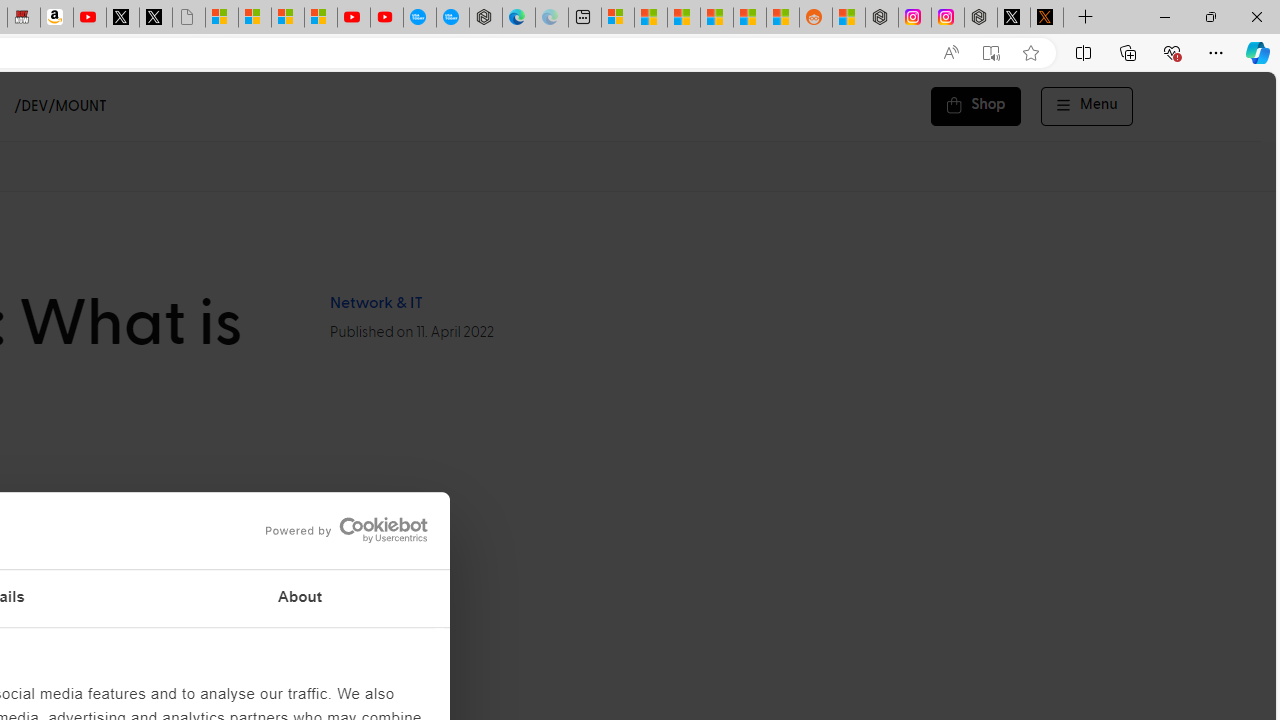  I want to click on 'Enter Immersive Reader (F9)', so click(991, 52).